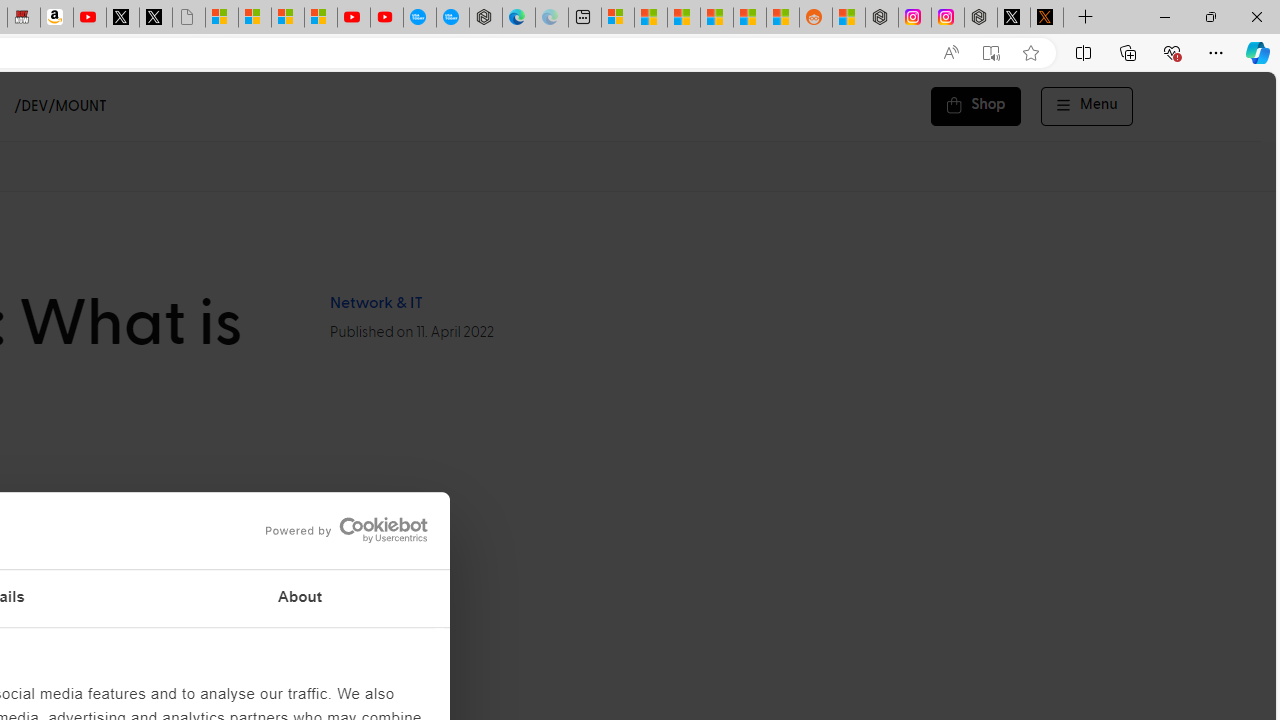  I want to click on 'Enter Immersive Reader (F9)', so click(991, 52).